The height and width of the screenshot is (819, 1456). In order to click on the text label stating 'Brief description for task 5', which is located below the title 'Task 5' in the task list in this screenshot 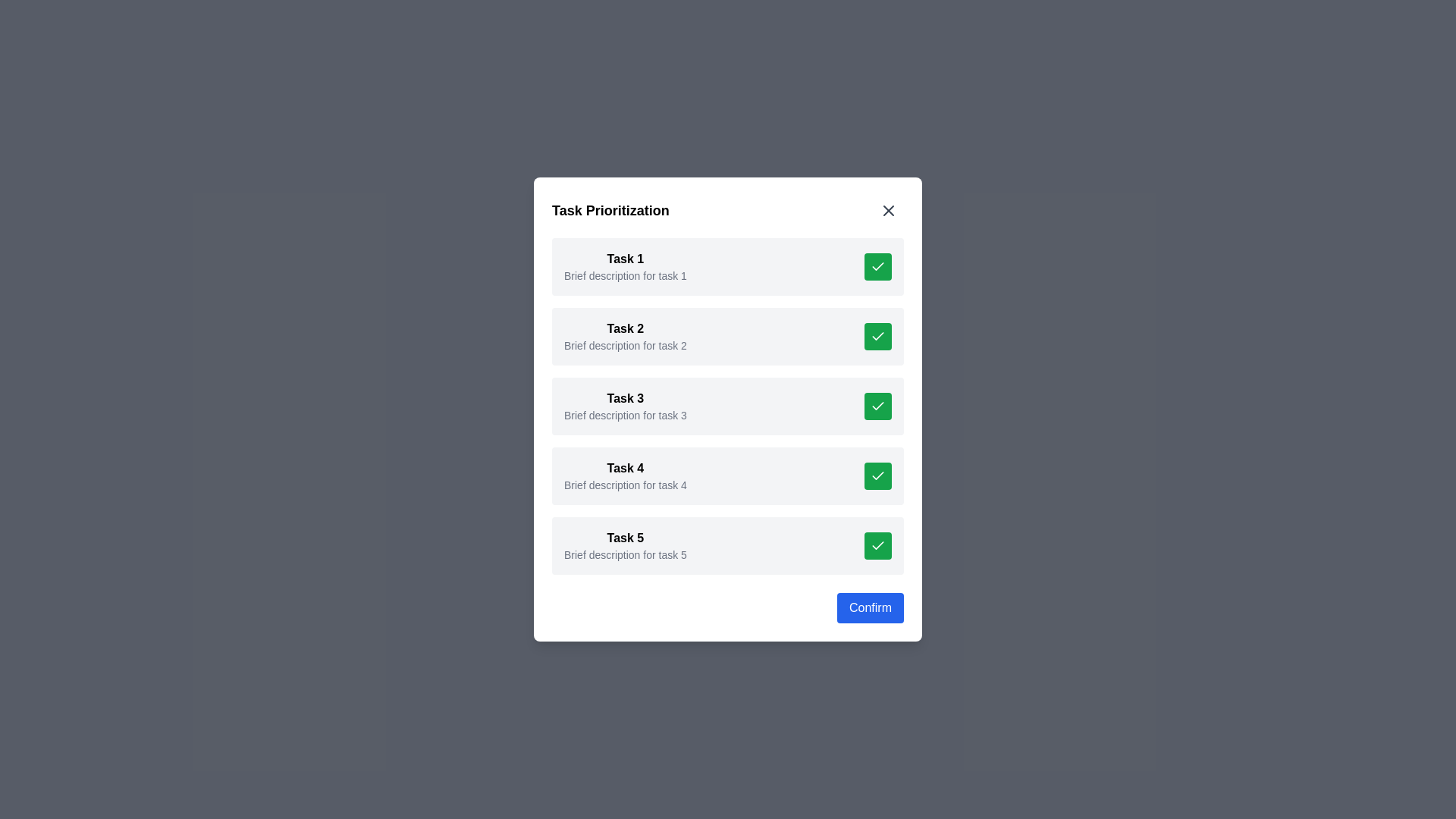, I will do `click(626, 555)`.